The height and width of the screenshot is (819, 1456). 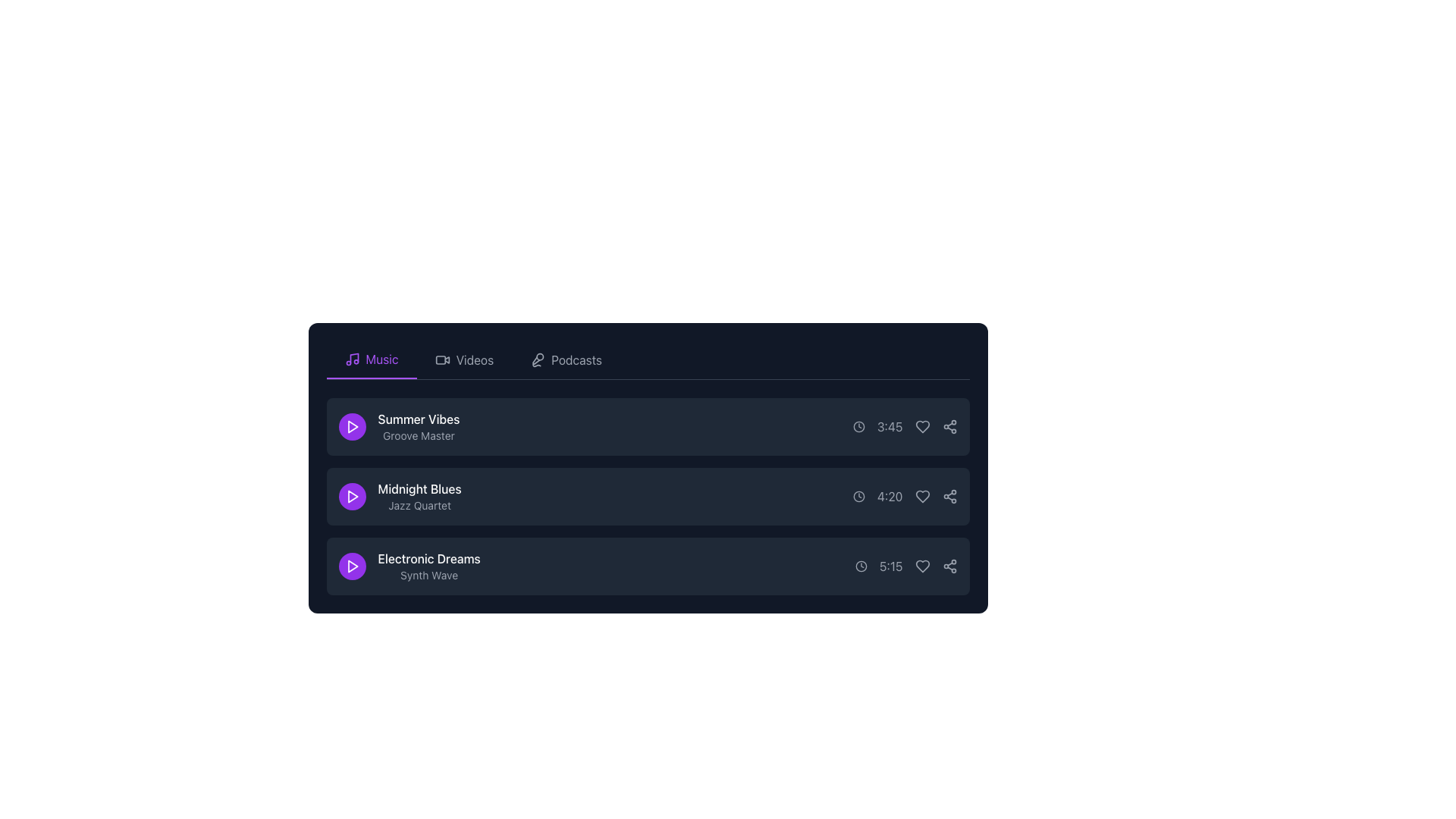 I want to click on the like icon located to the right of the 'Midnight Blues' item in the list, so click(x=921, y=497).